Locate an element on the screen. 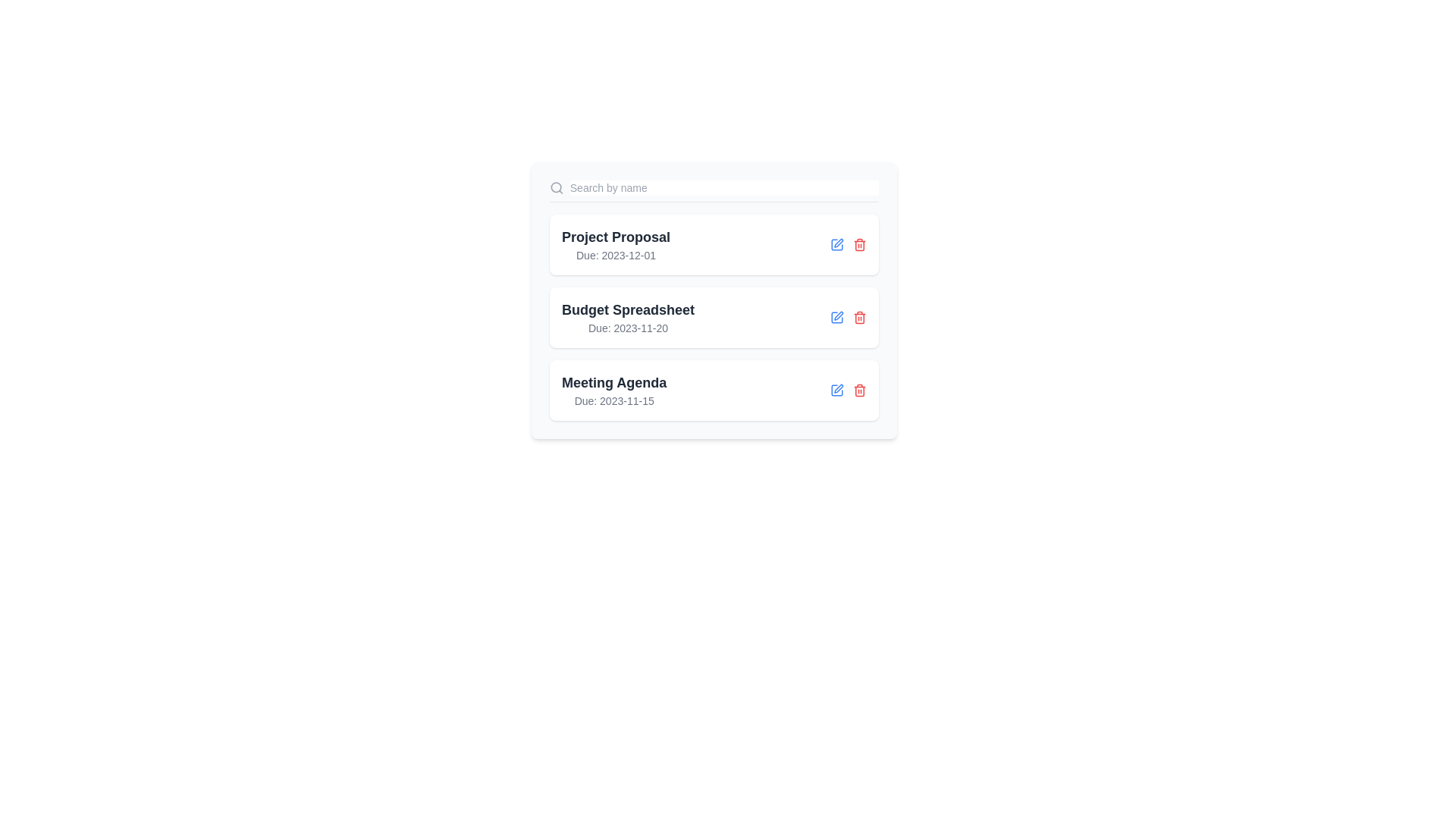  the trash icon next to the item Meeting Agenda to delete it is located at coordinates (859, 390).